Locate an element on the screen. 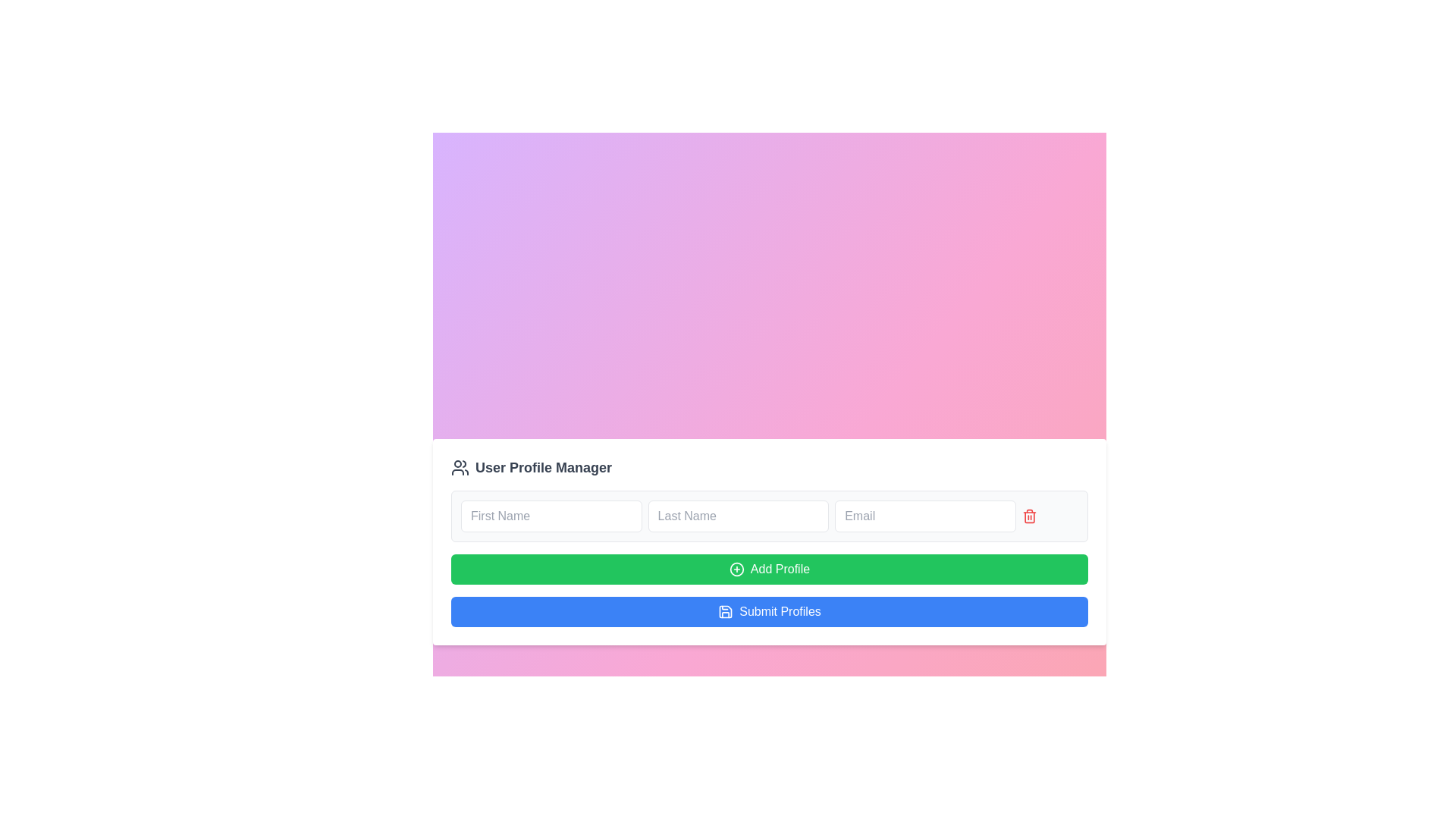 The height and width of the screenshot is (819, 1456). the green 'Add Profile' button with rounded corners that contains white text and a plus-inscribed circle icon is located at coordinates (769, 558).